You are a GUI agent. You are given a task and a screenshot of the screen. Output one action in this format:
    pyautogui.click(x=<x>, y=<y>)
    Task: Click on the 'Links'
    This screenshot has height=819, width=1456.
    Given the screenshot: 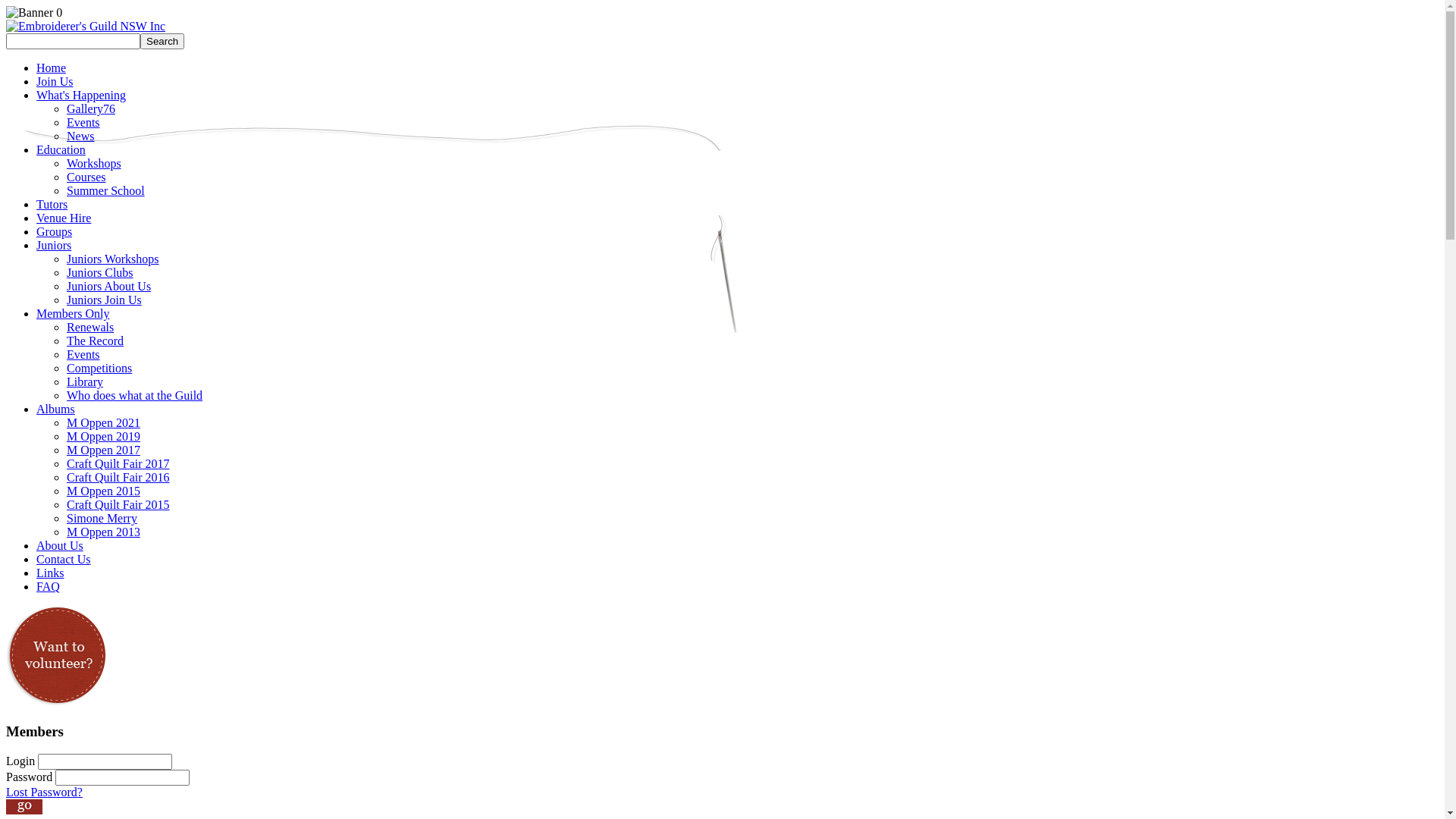 What is the action you would take?
    pyautogui.click(x=50, y=573)
    